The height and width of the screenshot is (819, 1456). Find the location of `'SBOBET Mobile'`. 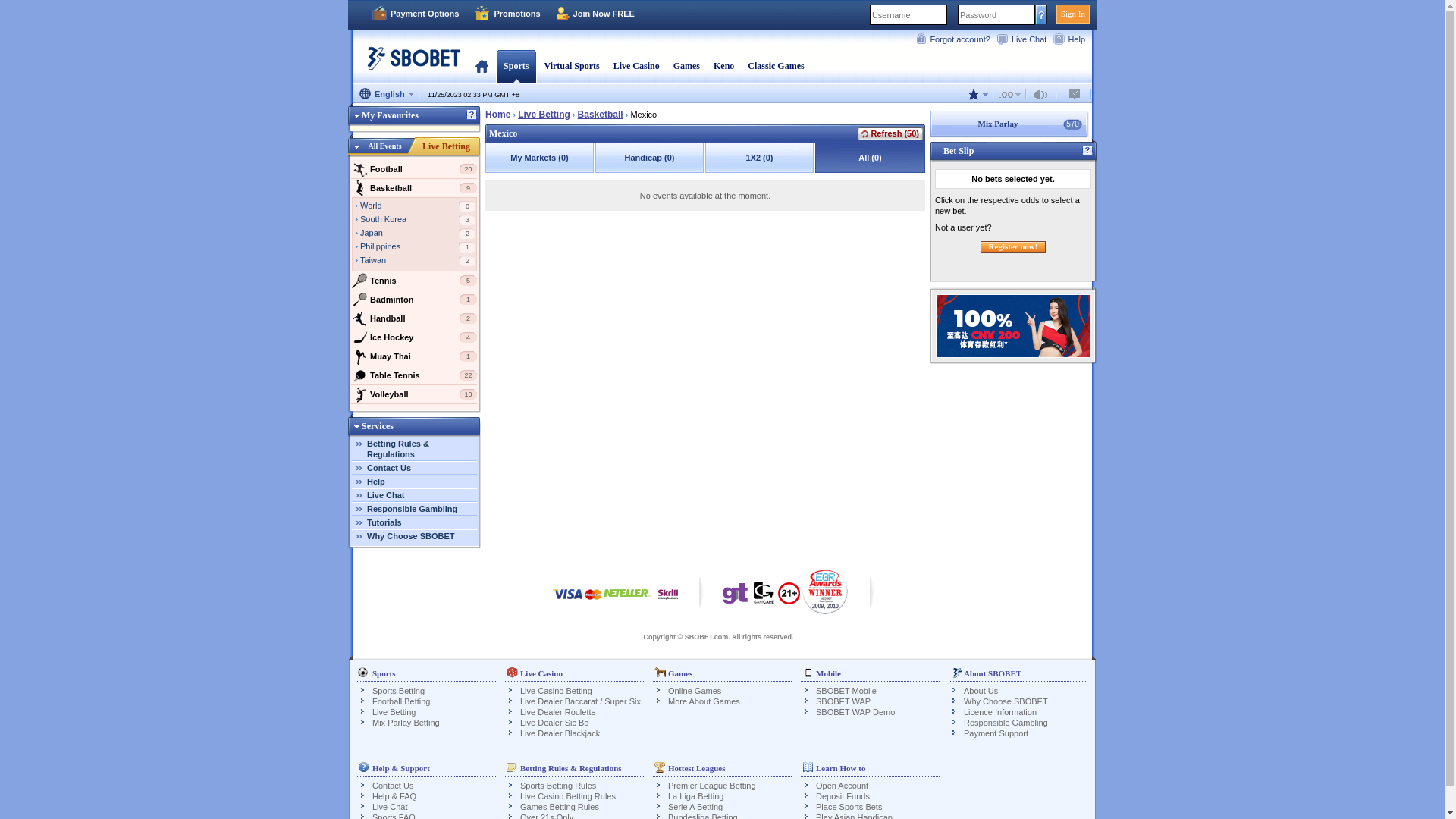

'SBOBET Mobile' is located at coordinates (846, 690).